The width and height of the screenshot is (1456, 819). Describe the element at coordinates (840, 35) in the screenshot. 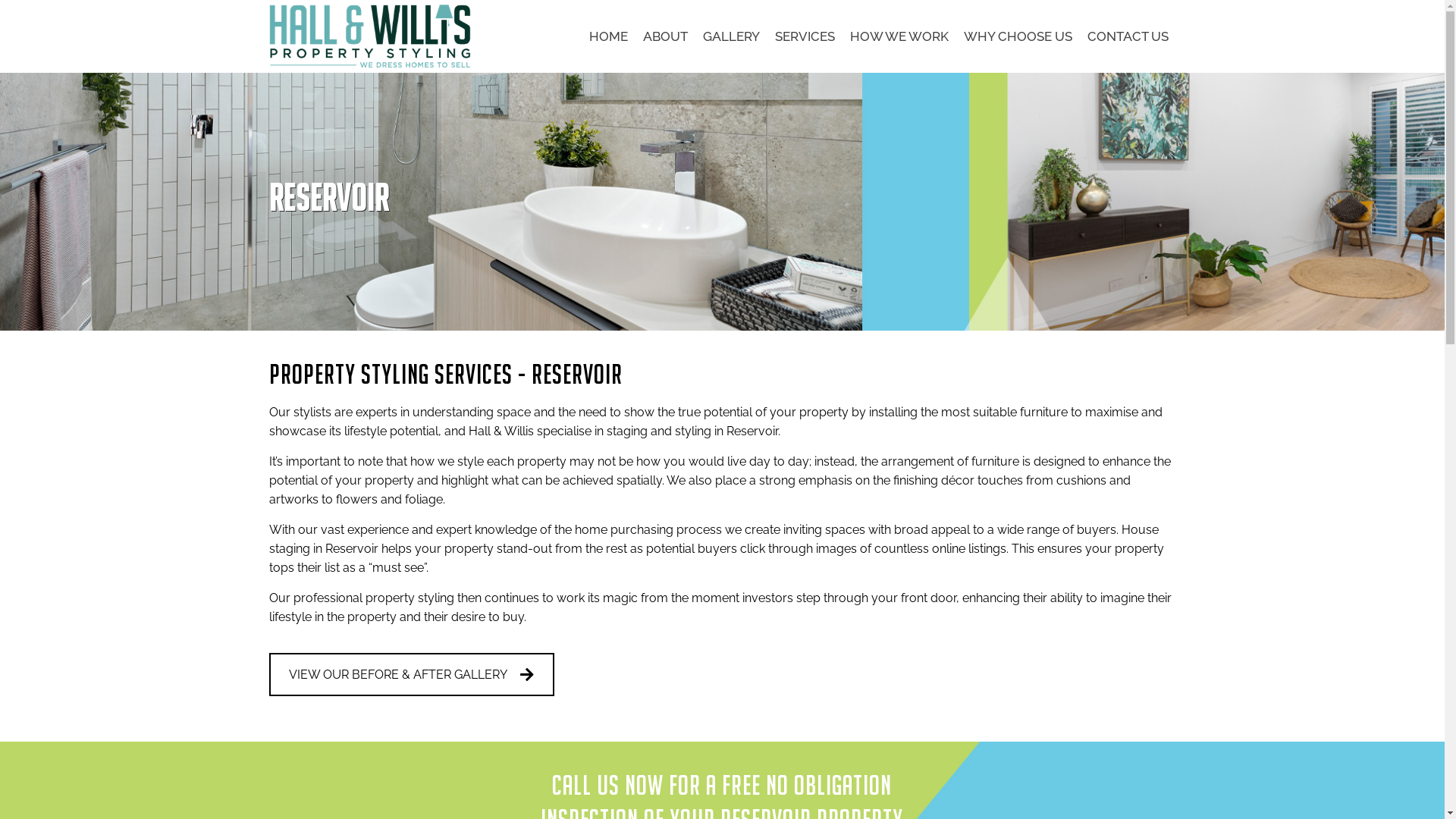

I see `'HOW WE WORK'` at that location.